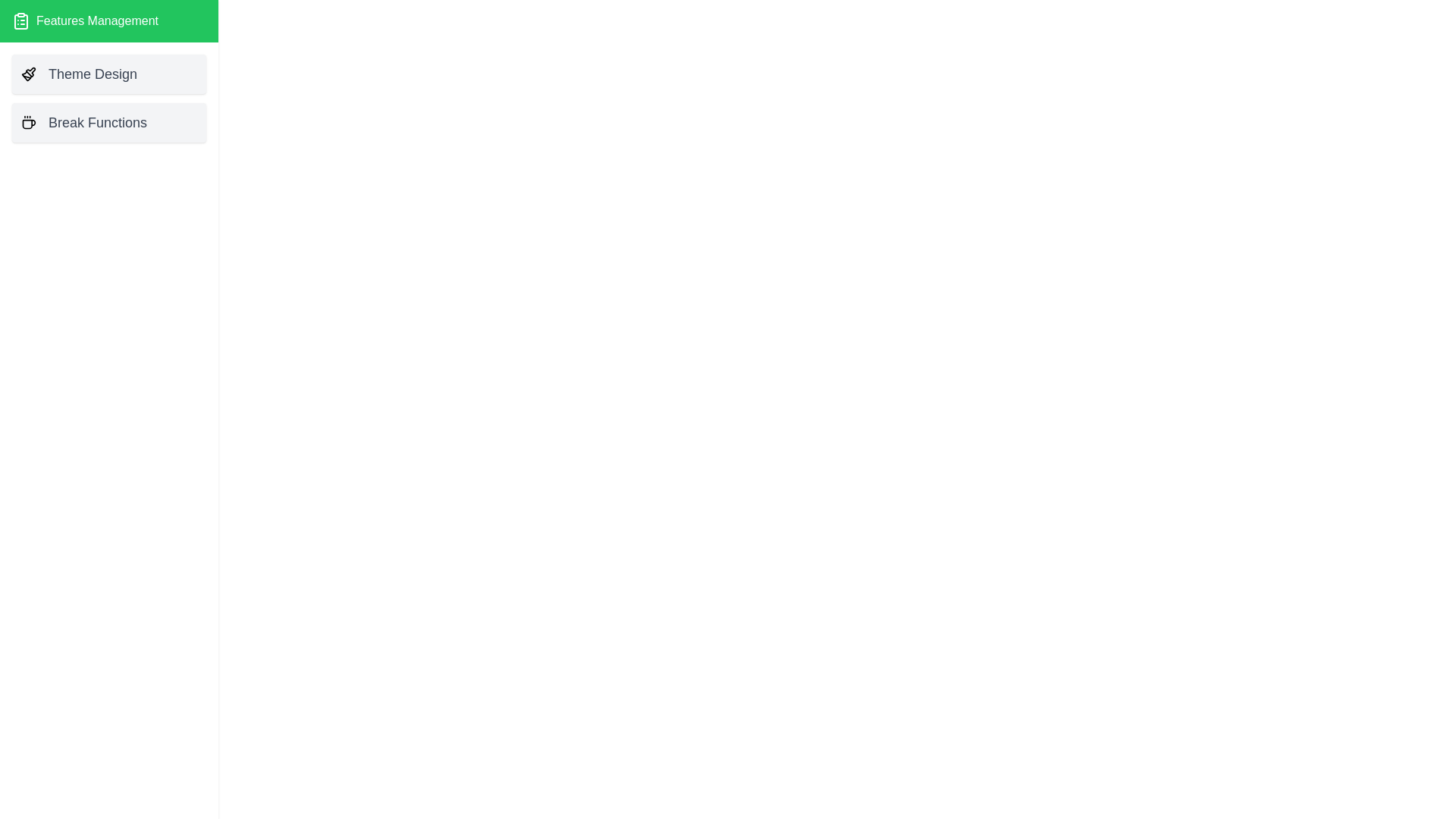 The height and width of the screenshot is (819, 1456). What do you see at coordinates (29, 29) in the screenshot?
I see `button located at the top-left corner to toggle the drawer` at bounding box center [29, 29].